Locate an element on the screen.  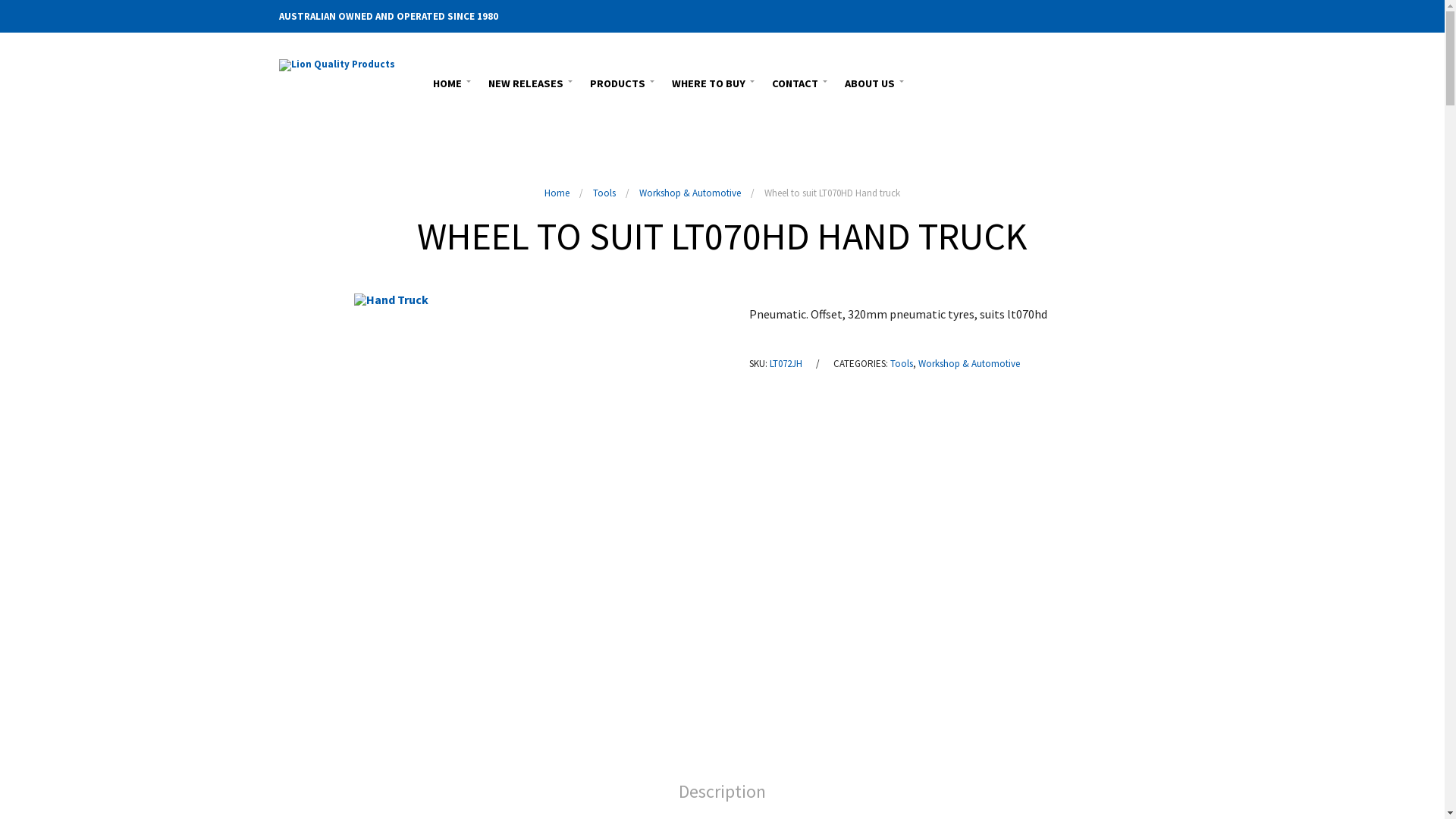
'Tools' is located at coordinates (603, 192).